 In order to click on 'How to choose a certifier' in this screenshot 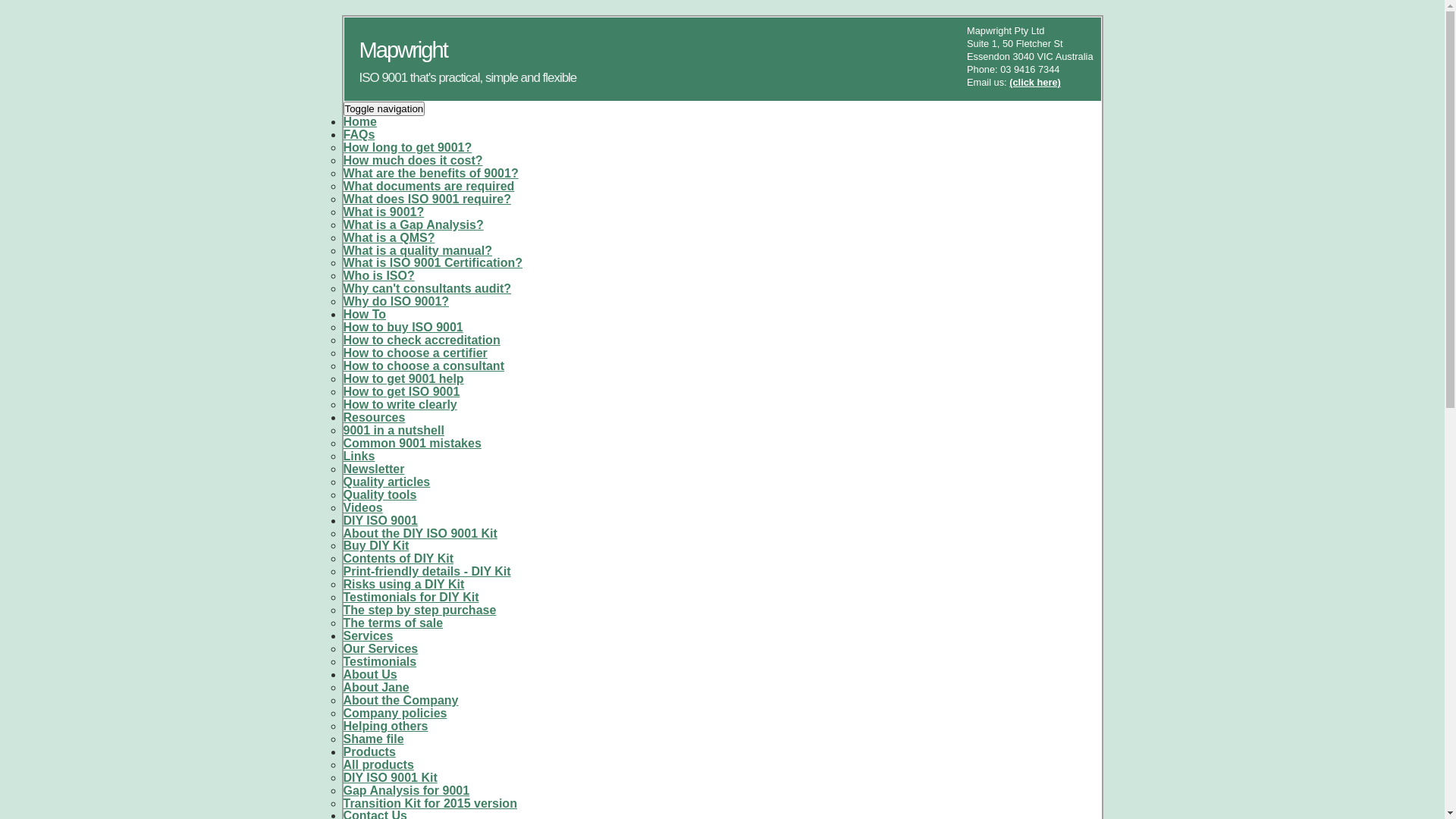, I will do `click(415, 353)`.